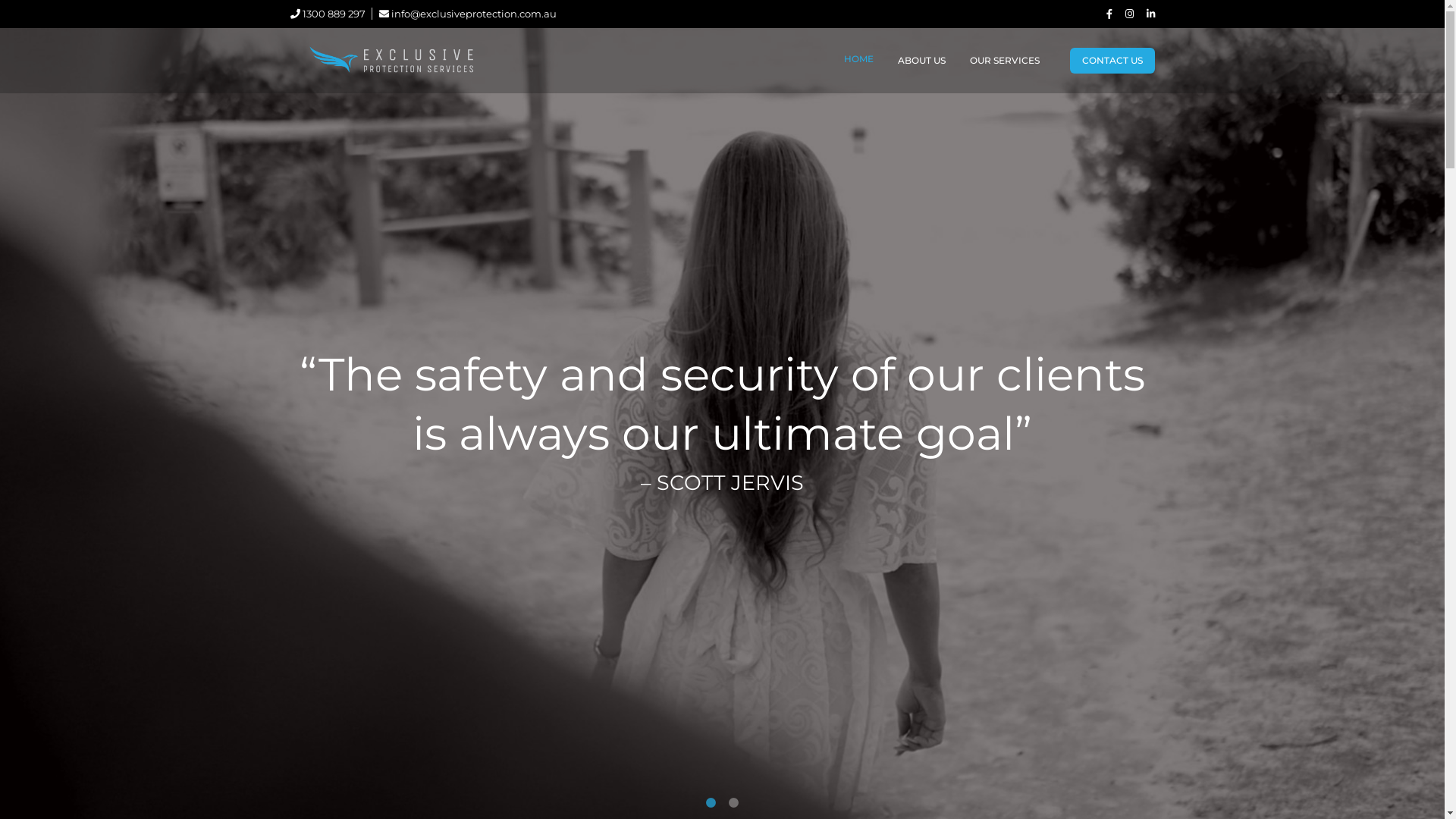 The width and height of the screenshot is (1456, 819). What do you see at coordinates (326, 14) in the screenshot?
I see `'1300 889 297'` at bounding box center [326, 14].